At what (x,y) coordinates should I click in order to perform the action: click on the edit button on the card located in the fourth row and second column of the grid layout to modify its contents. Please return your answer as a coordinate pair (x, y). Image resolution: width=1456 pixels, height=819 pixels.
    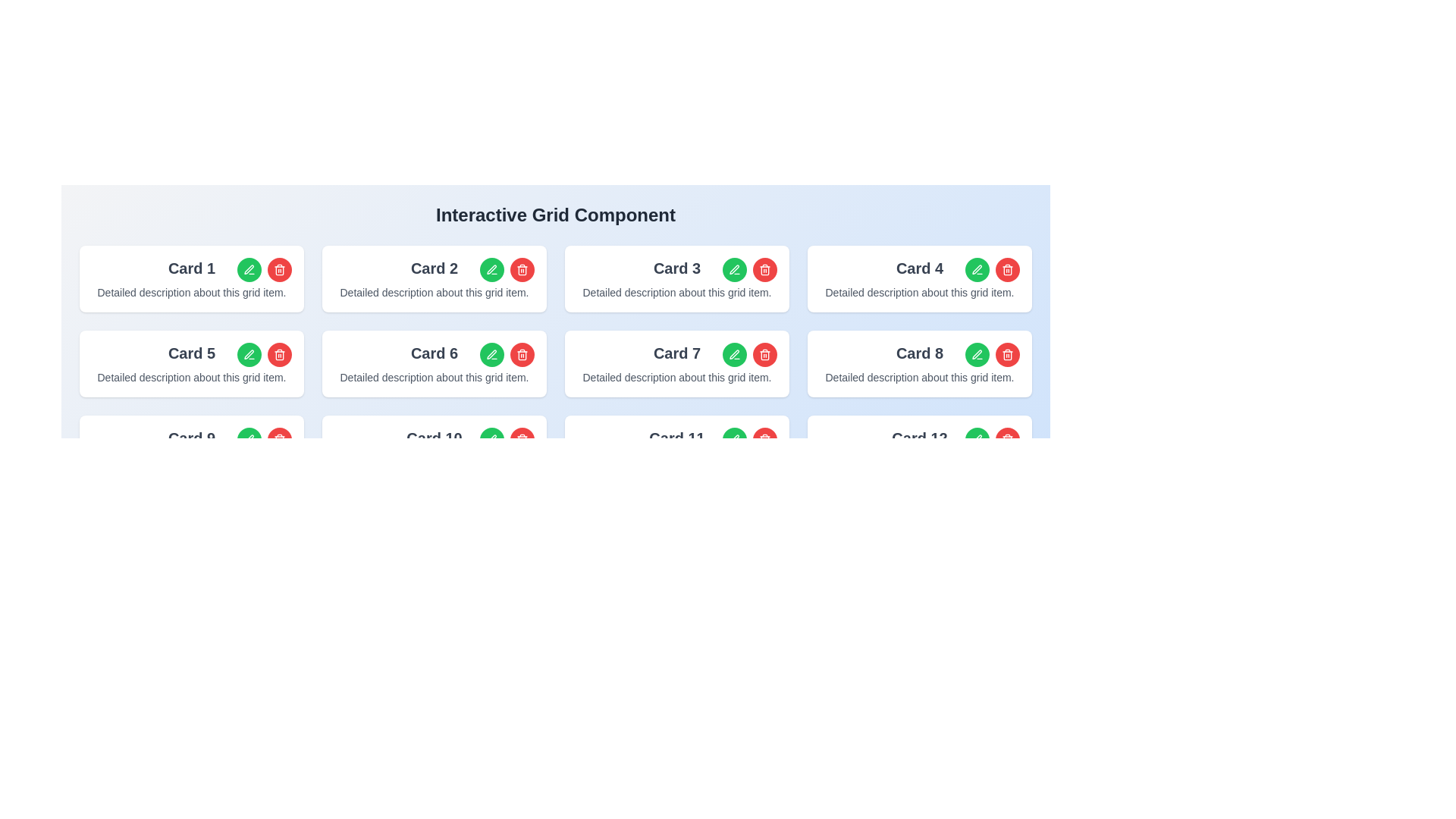
    Looking at the image, I should click on (433, 447).